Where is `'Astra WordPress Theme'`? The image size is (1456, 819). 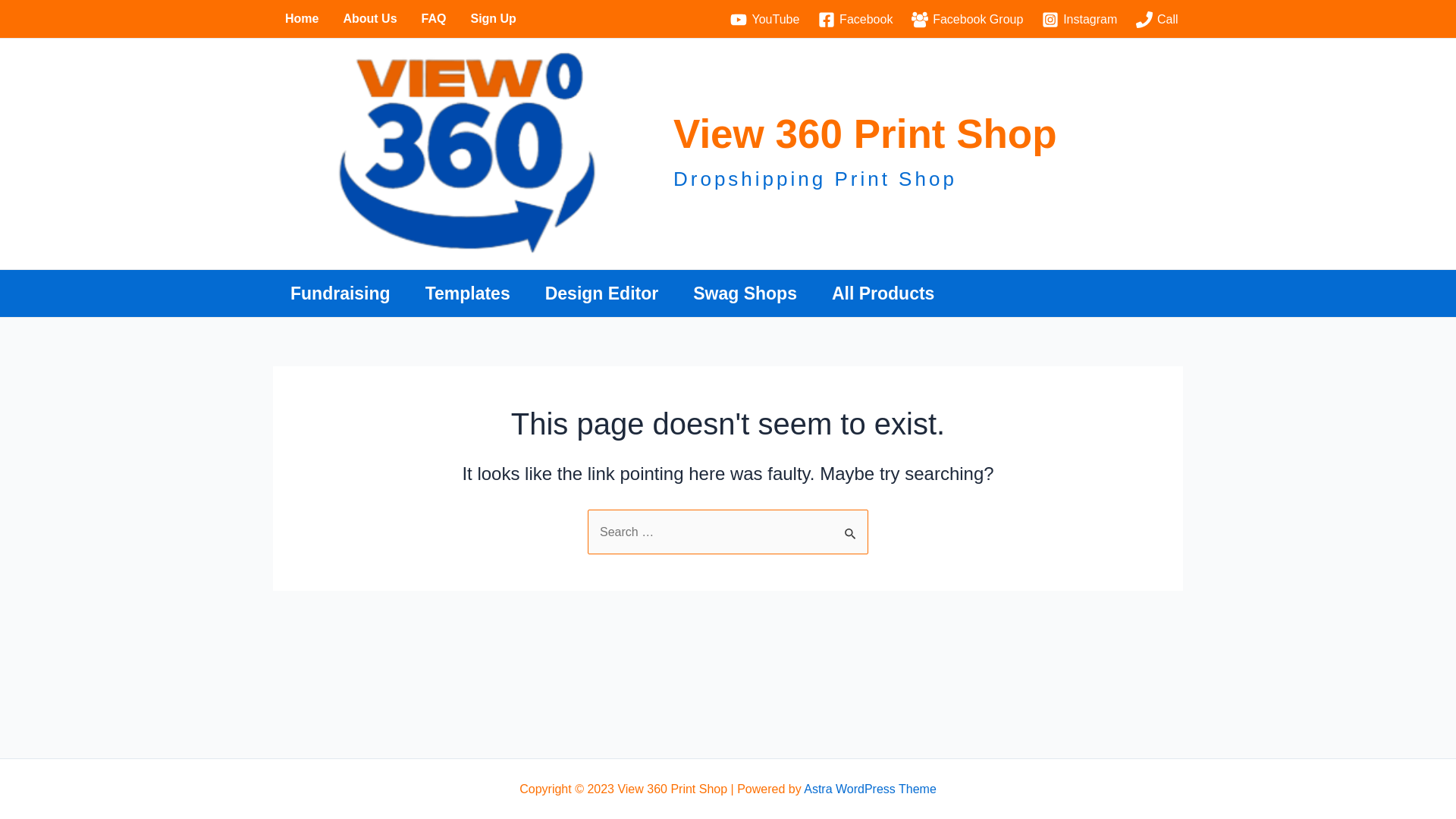 'Astra WordPress Theme' is located at coordinates (870, 788).